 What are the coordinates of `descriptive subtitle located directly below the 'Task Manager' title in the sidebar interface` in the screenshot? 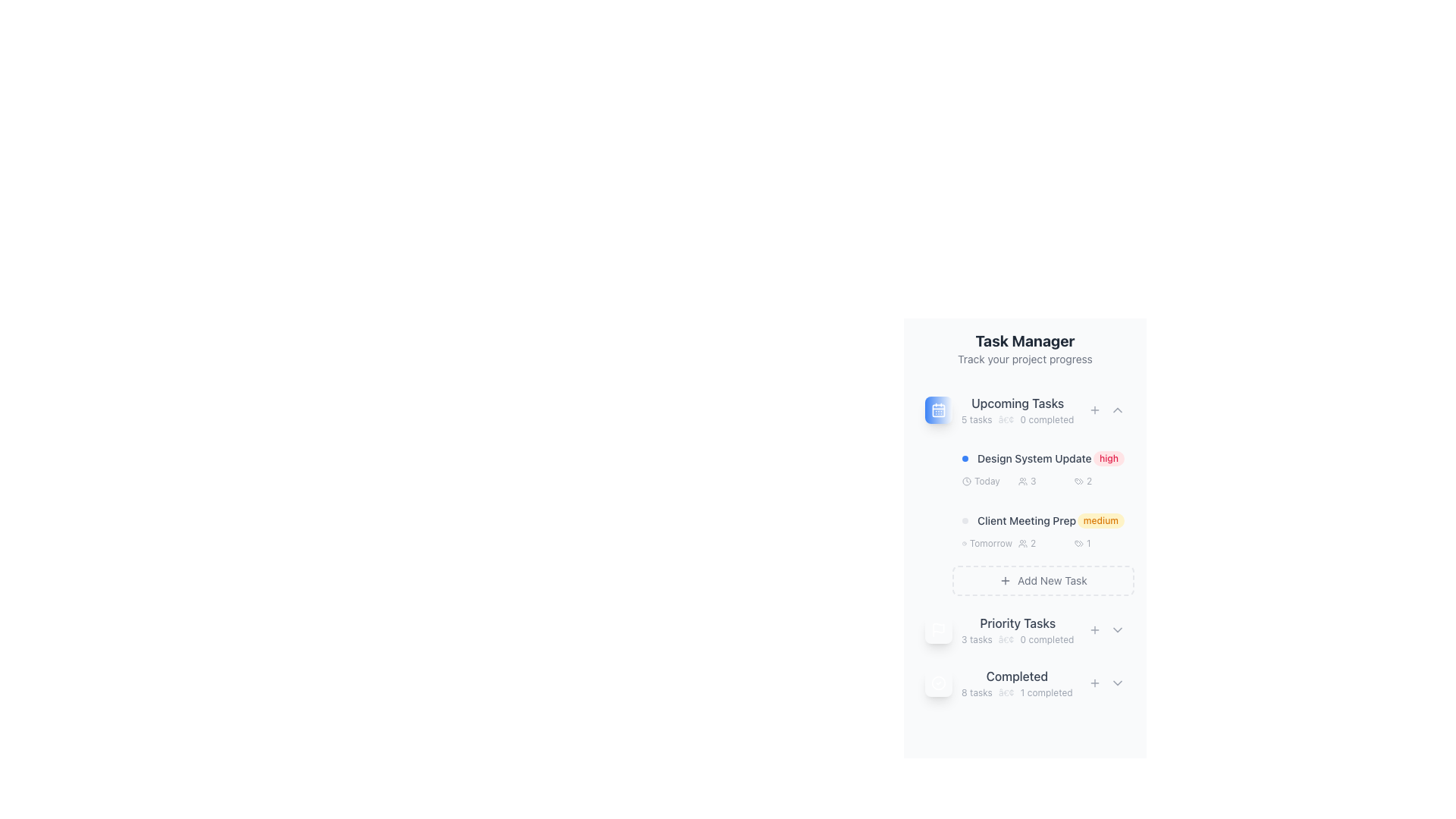 It's located at (1025, 359).